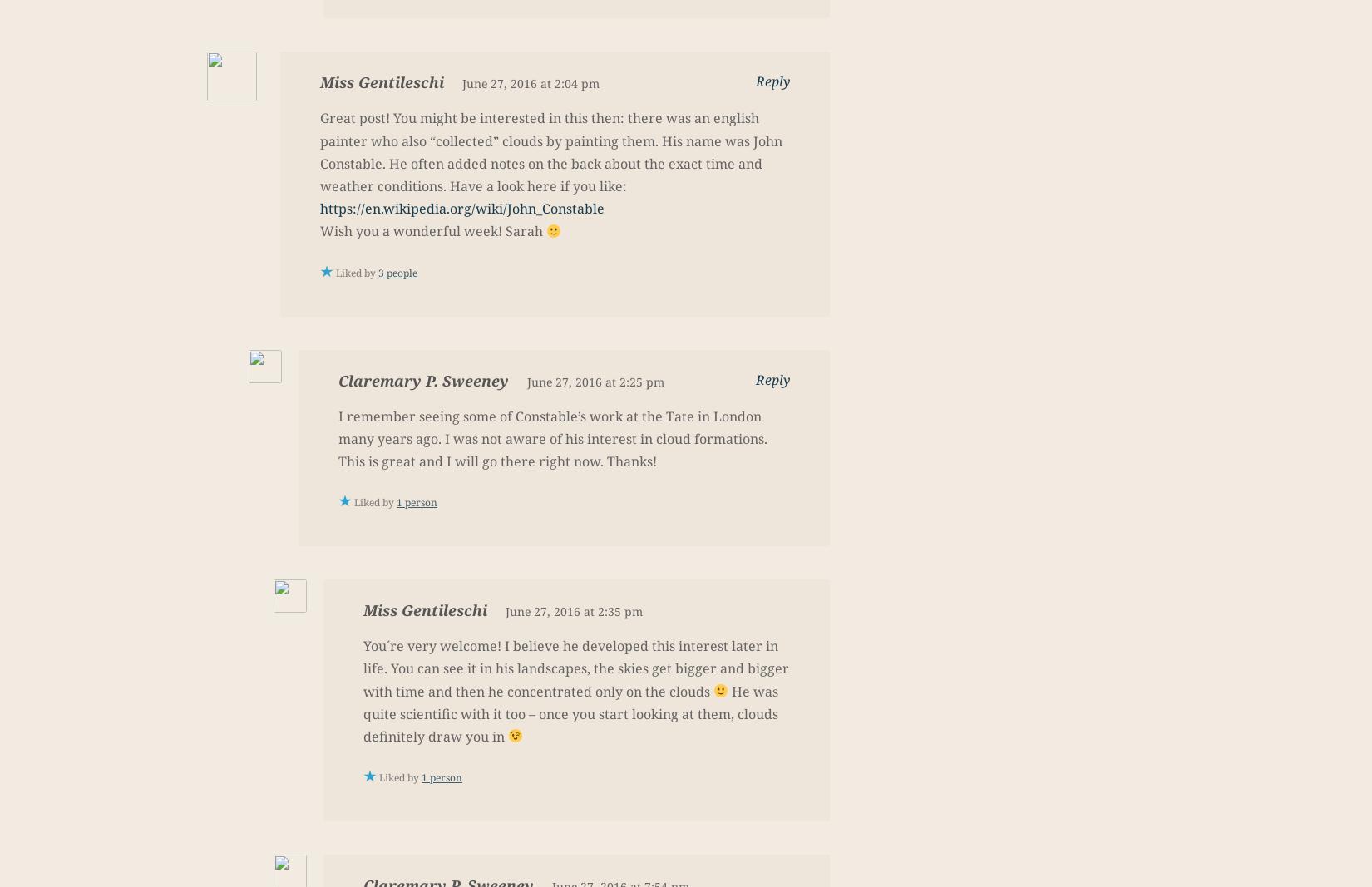  Describe the element at coordinates (432, 230) in the screenshot. I see `'Wish you a wonderful week! Sarah'` at that location.